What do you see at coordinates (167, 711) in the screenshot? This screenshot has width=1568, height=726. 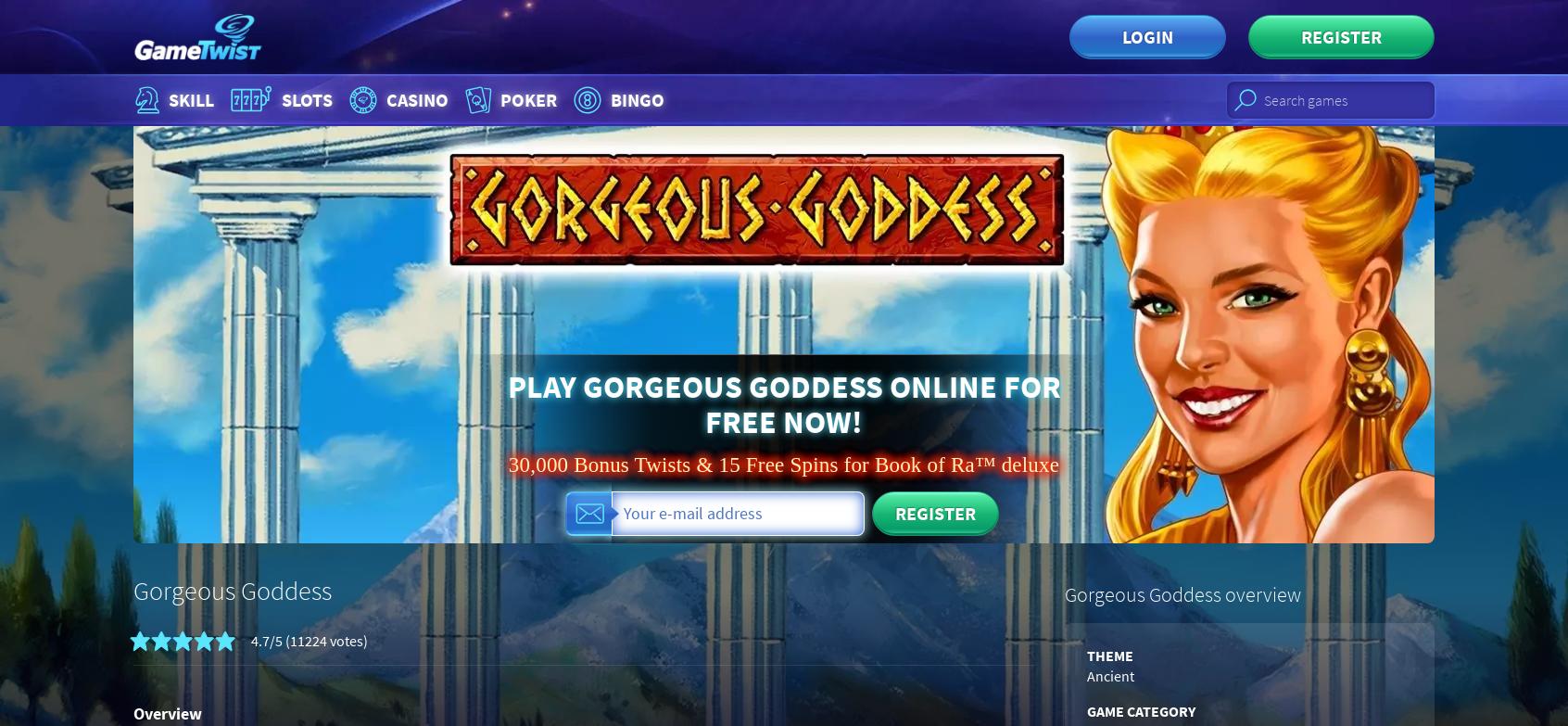 I see `'Overview'` at bounding box center [167, 711].